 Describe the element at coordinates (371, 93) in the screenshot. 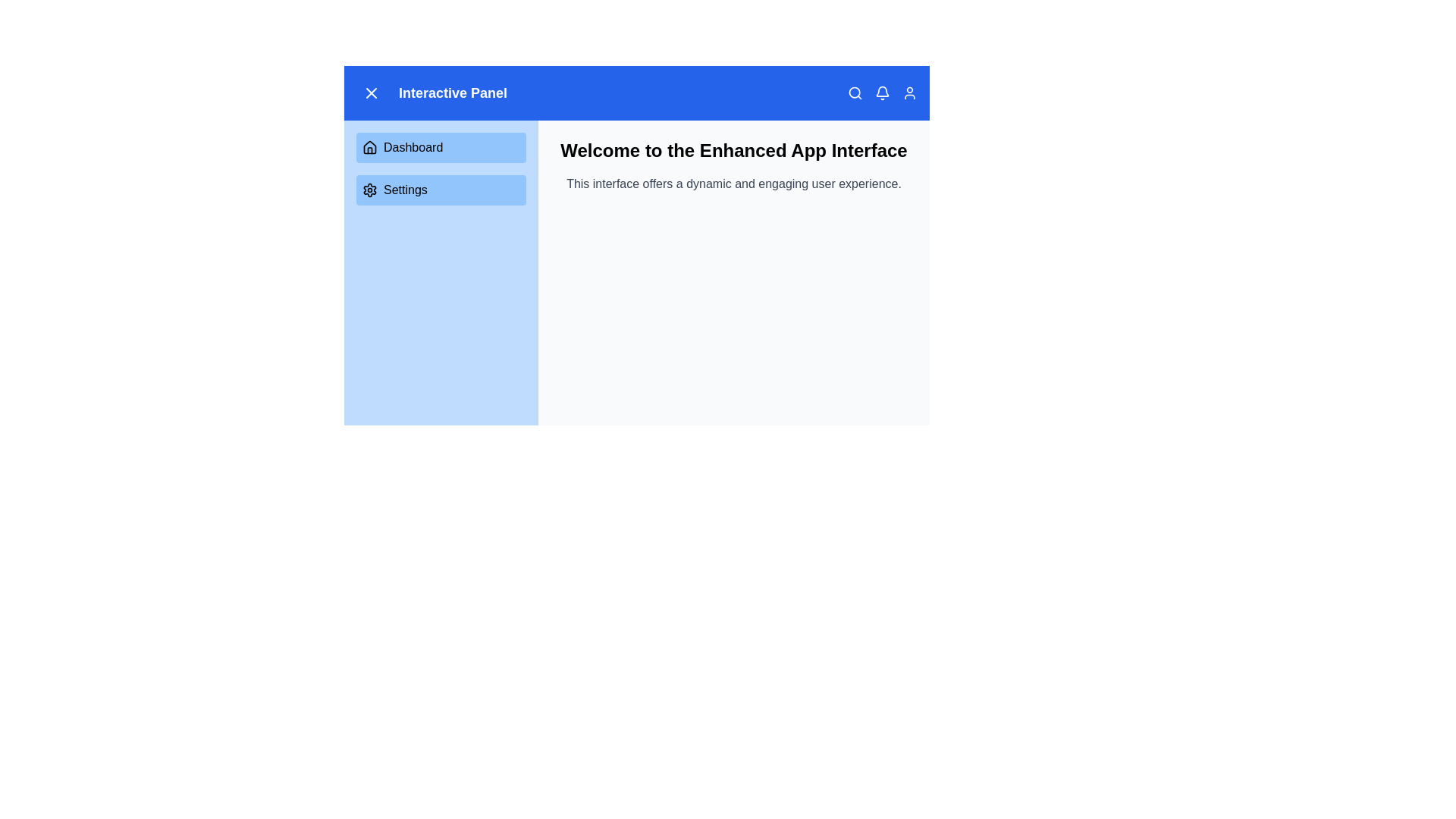

I see `the blue circular button with a white 'X' icon located` at that location.